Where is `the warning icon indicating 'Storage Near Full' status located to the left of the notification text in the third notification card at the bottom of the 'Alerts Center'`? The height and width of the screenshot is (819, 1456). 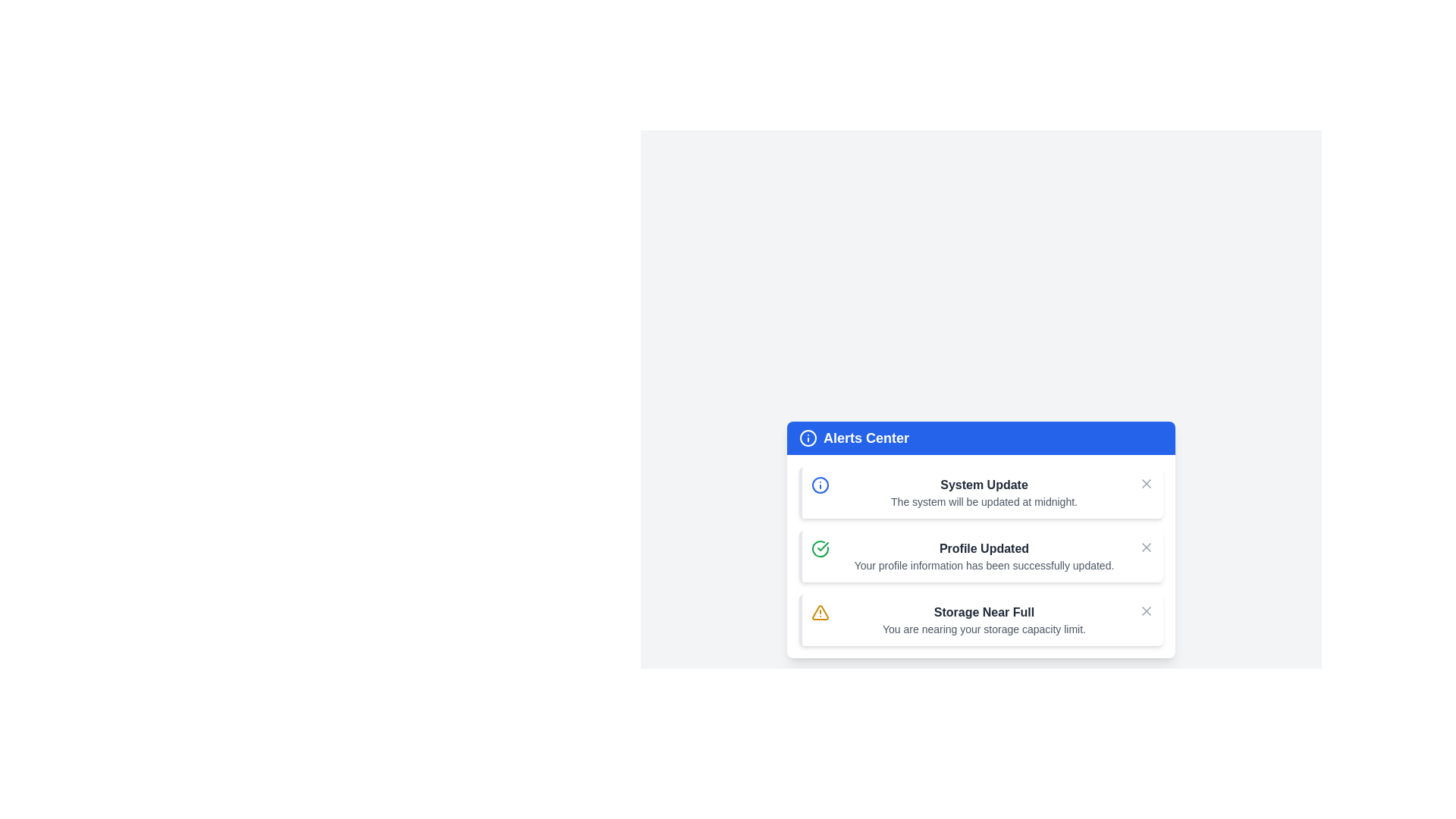 the warning icon indicating 'Storage Near Full' status located to the left of the notification text in the third notification card at the bottom of the 'Alerts Center' is located at coordinates (819, 611).